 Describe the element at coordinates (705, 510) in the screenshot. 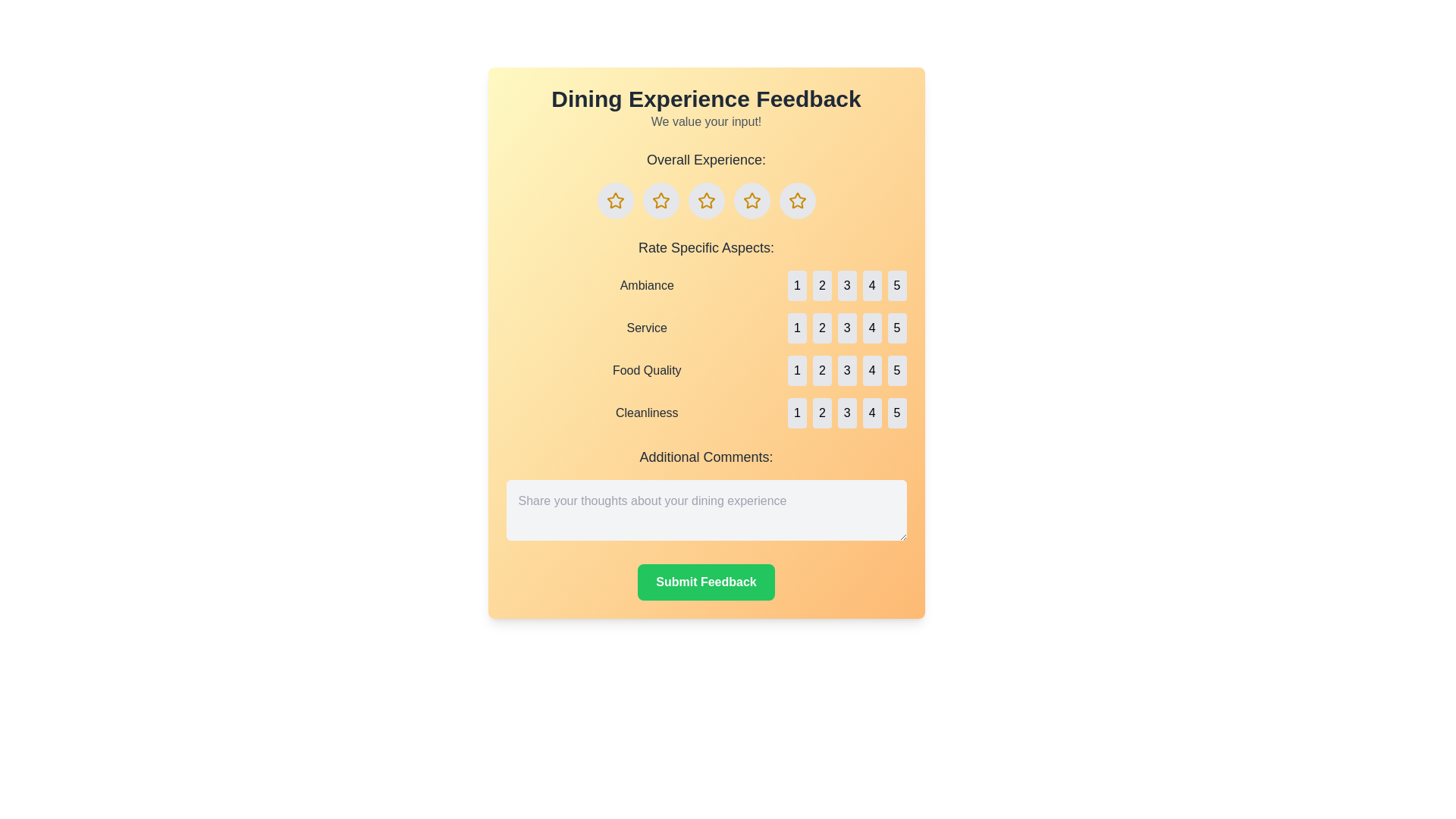

I see `the text input box for additional comments to focus and activate it` at that location.